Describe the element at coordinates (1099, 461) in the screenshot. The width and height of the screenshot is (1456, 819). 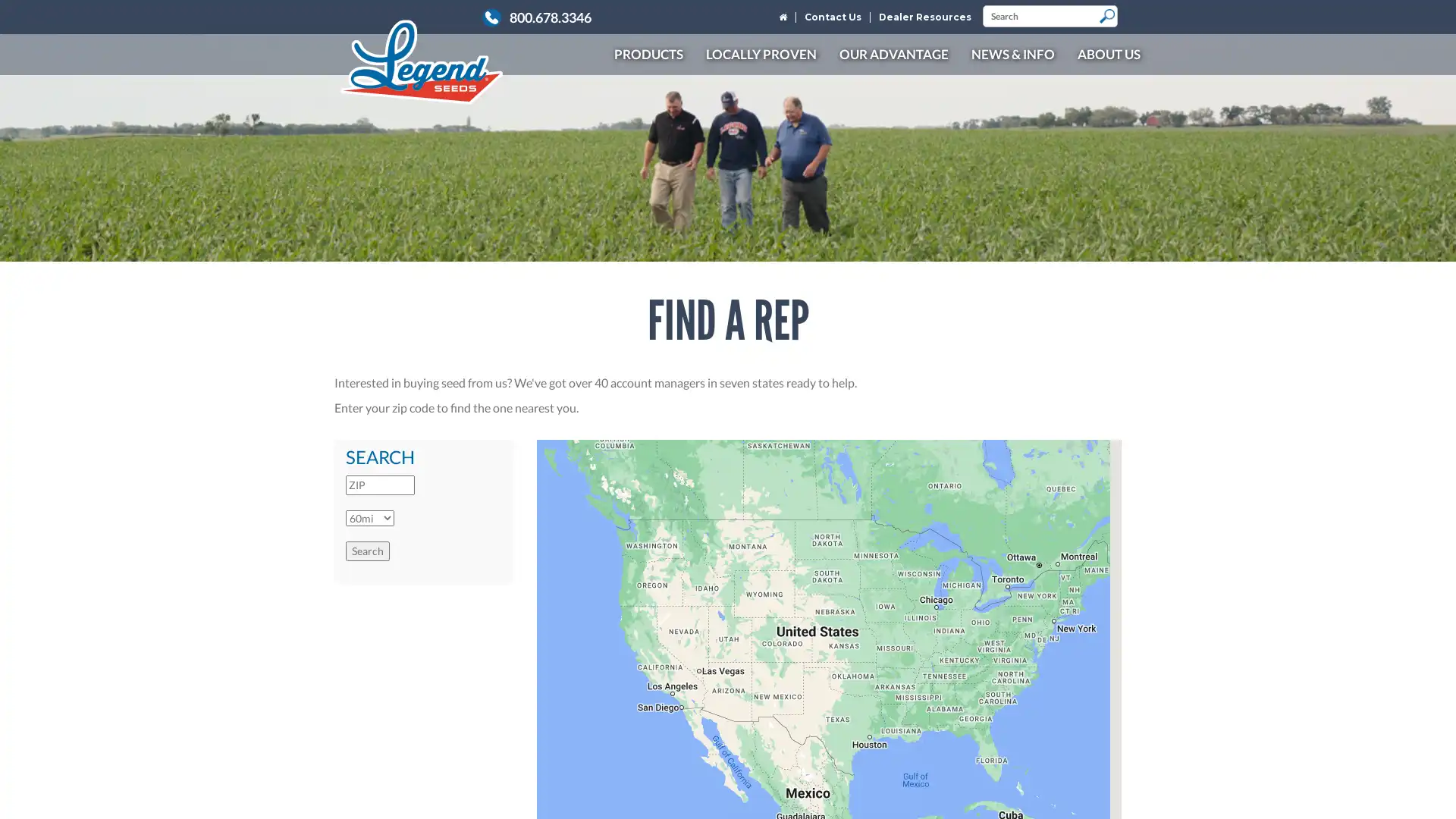
I see `Toggle fullscreen view` at that location.